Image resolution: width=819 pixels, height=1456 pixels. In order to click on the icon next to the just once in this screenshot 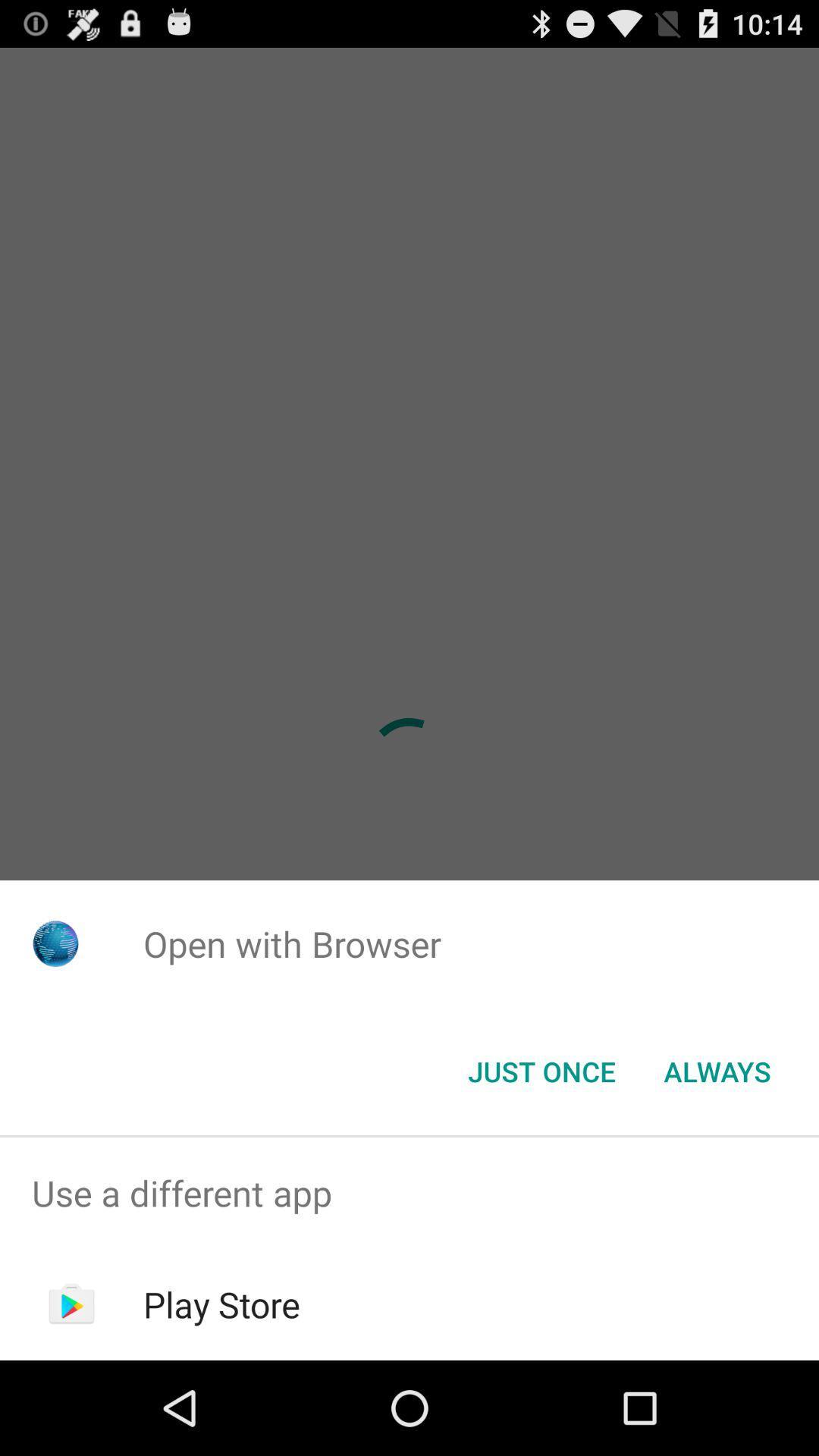, I will do `click(717, 1070)`.